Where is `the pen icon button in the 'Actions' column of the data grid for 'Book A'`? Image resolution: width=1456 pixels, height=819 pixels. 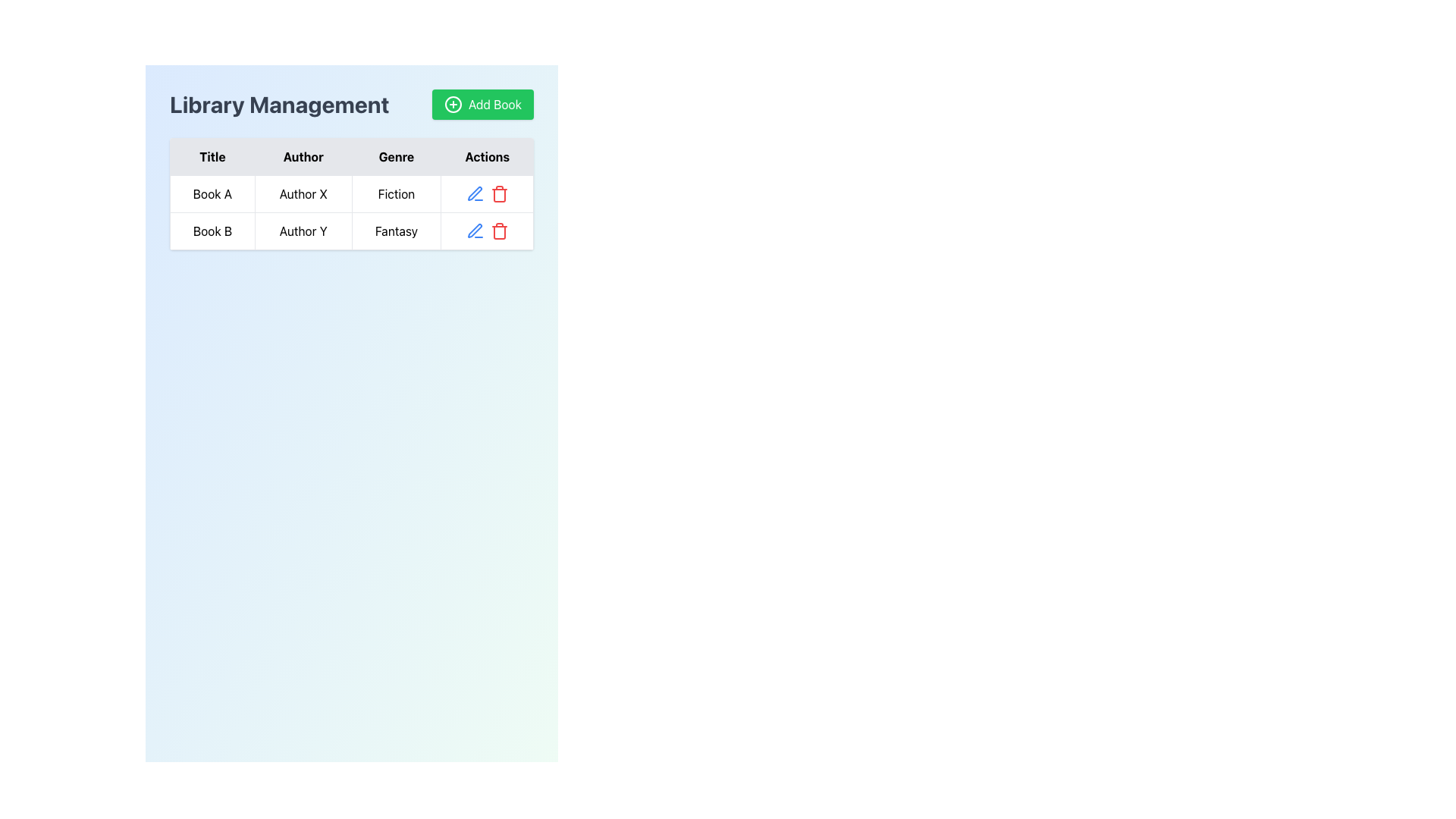 the pen icon button in the 'Actions' column of the data grid for 'Book A' is located at coordinates (474, 231).